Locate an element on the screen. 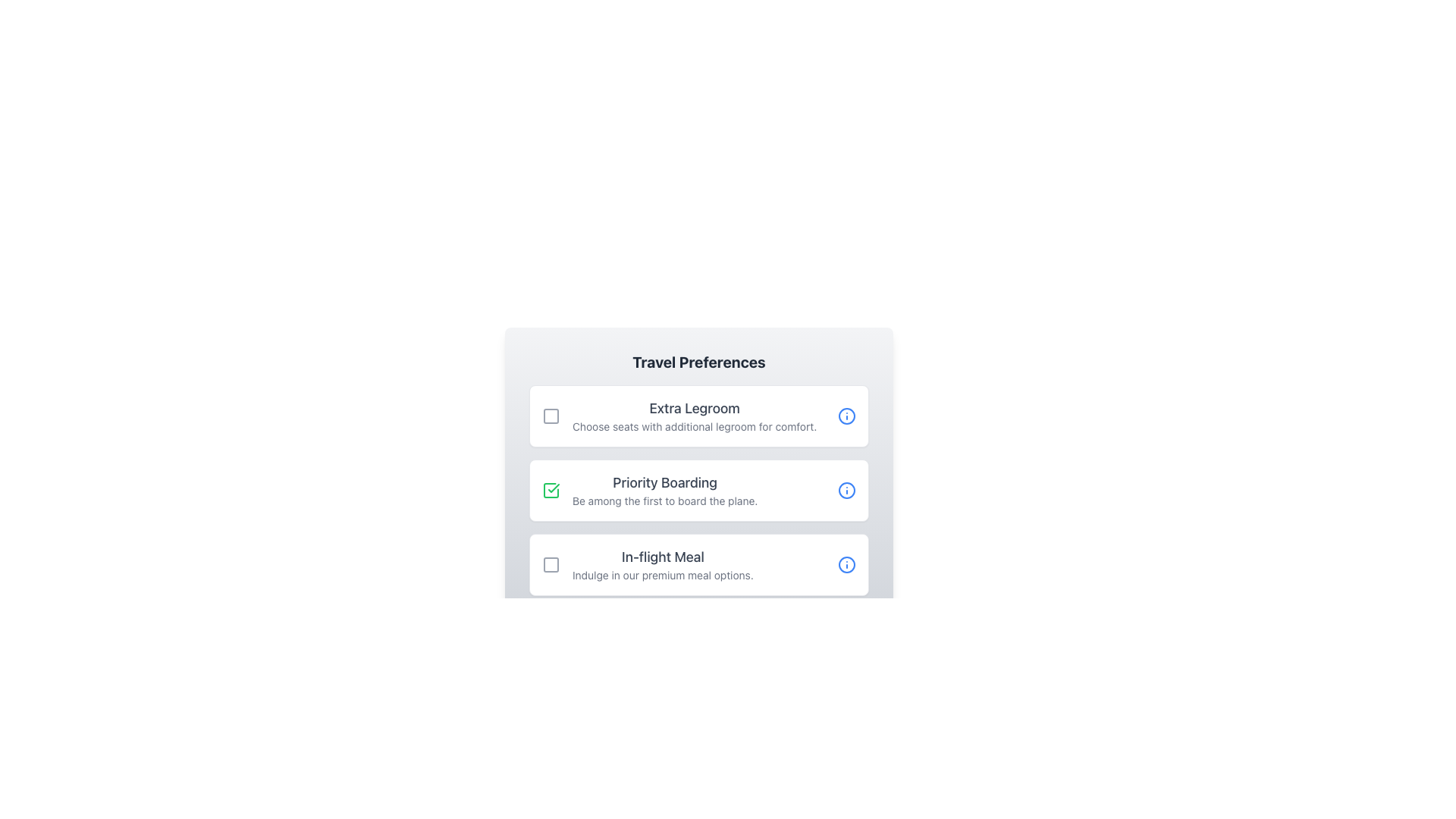 This screenshot has height=819, width=1456. on the 'Priority Boarding' checkbox option item, which features a green ticked checkbox and bold text is located at coordinates (698, 472).